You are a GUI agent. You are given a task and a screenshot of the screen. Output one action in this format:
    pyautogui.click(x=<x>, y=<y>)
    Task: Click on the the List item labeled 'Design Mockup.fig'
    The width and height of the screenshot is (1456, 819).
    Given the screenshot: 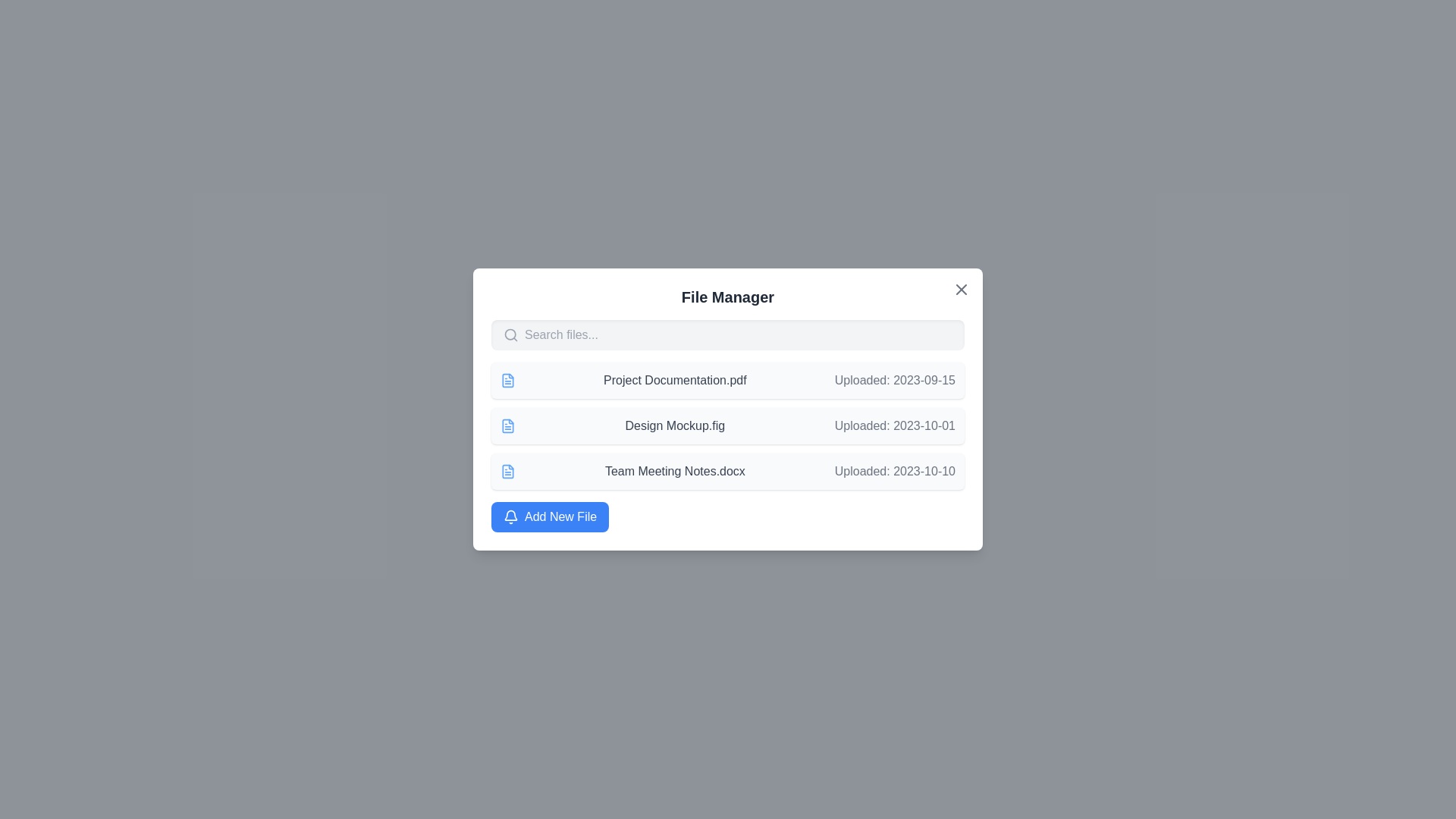 What is the action you would take?
    pyautogui.click(x=728, y=426)
    